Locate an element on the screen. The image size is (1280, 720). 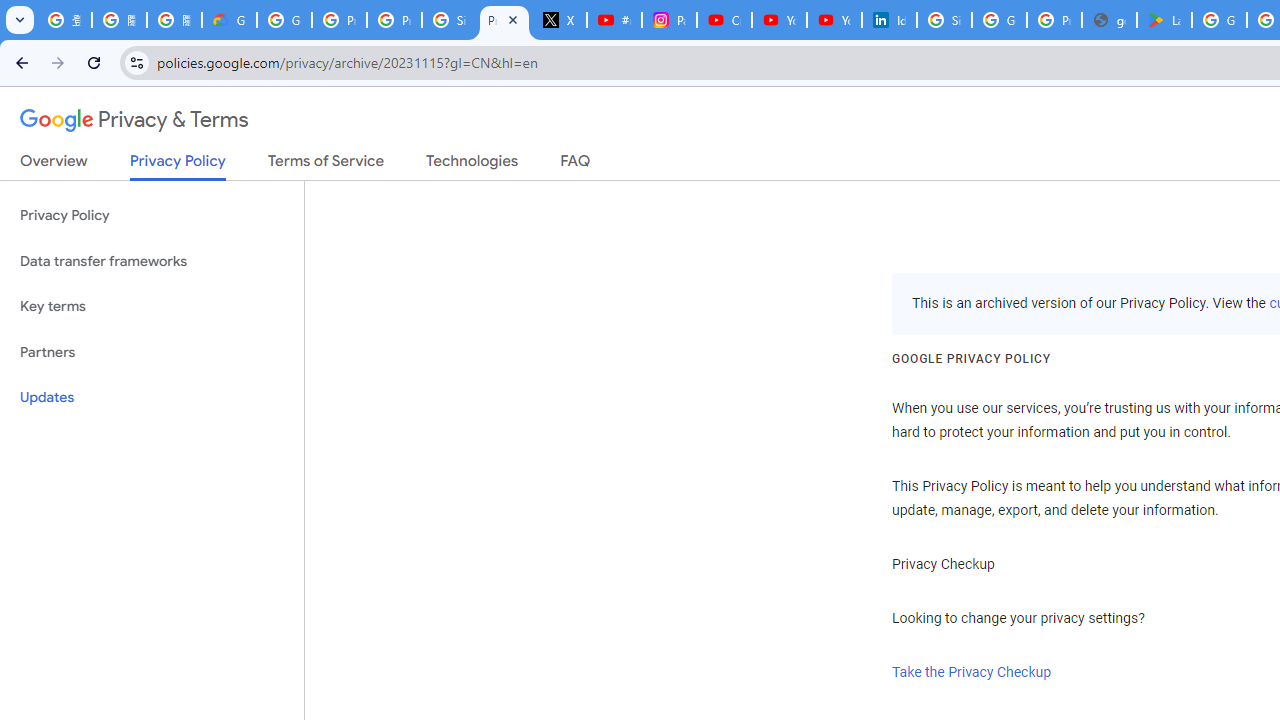
'google_privacy_policy_en.pdf' is located at coordinates (1108, 20).